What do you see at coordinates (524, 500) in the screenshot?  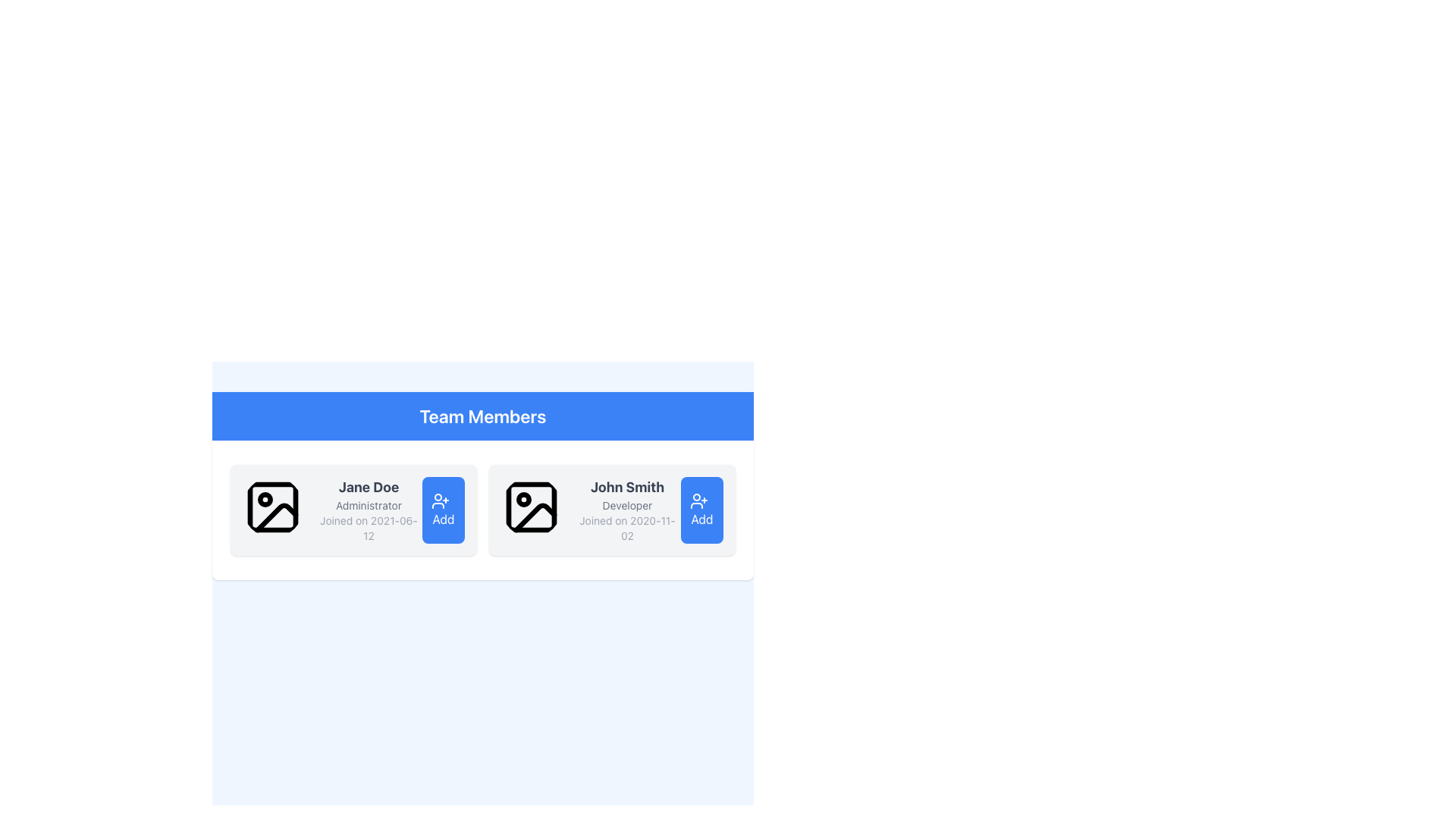 I see `the second Circle (SVG Element) located centrally inside the placeholder icon for 'John Smith' in the team members section` at bounding box center [524, 500].